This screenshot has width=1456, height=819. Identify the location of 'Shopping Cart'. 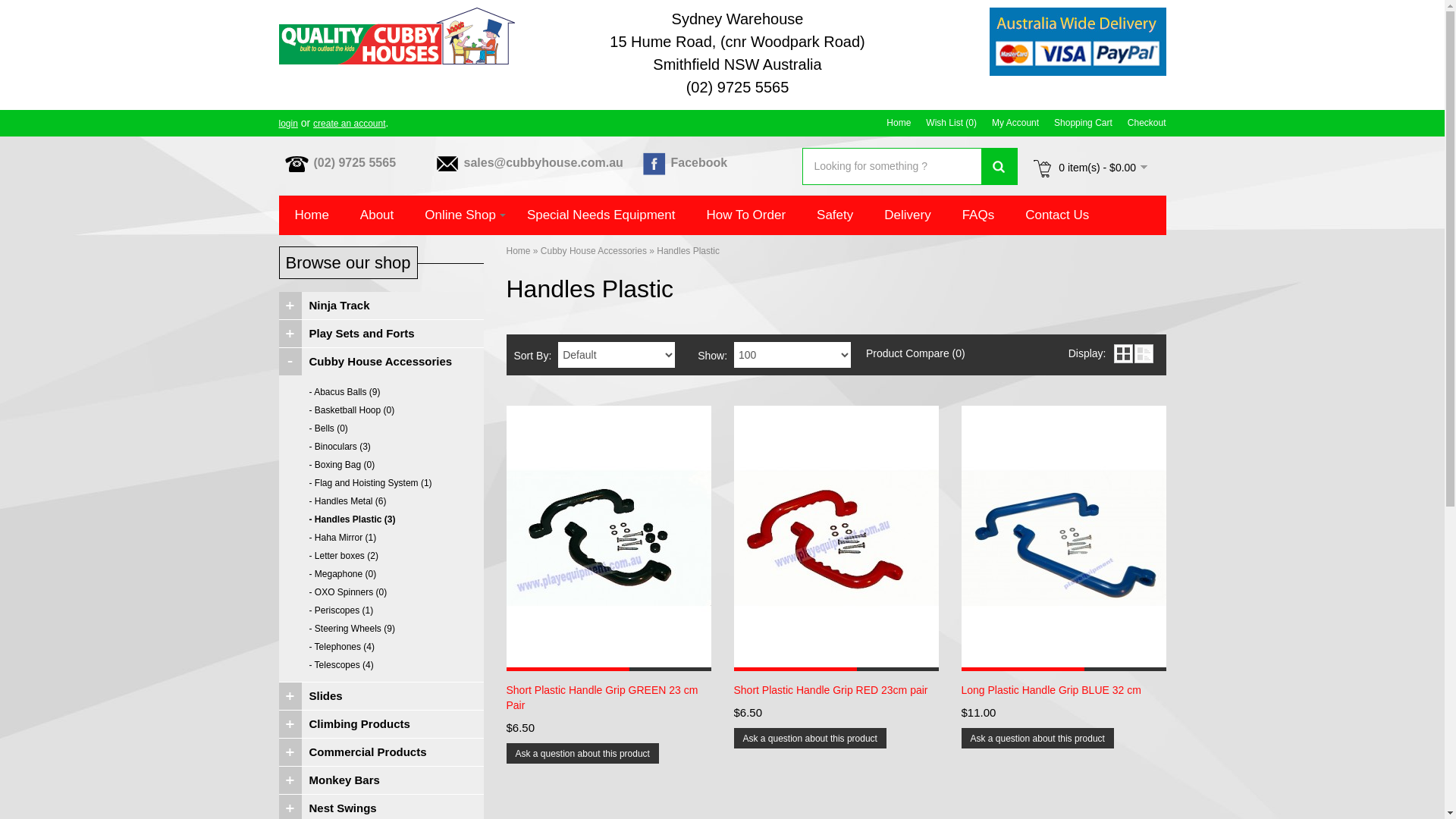
(1082, 122).